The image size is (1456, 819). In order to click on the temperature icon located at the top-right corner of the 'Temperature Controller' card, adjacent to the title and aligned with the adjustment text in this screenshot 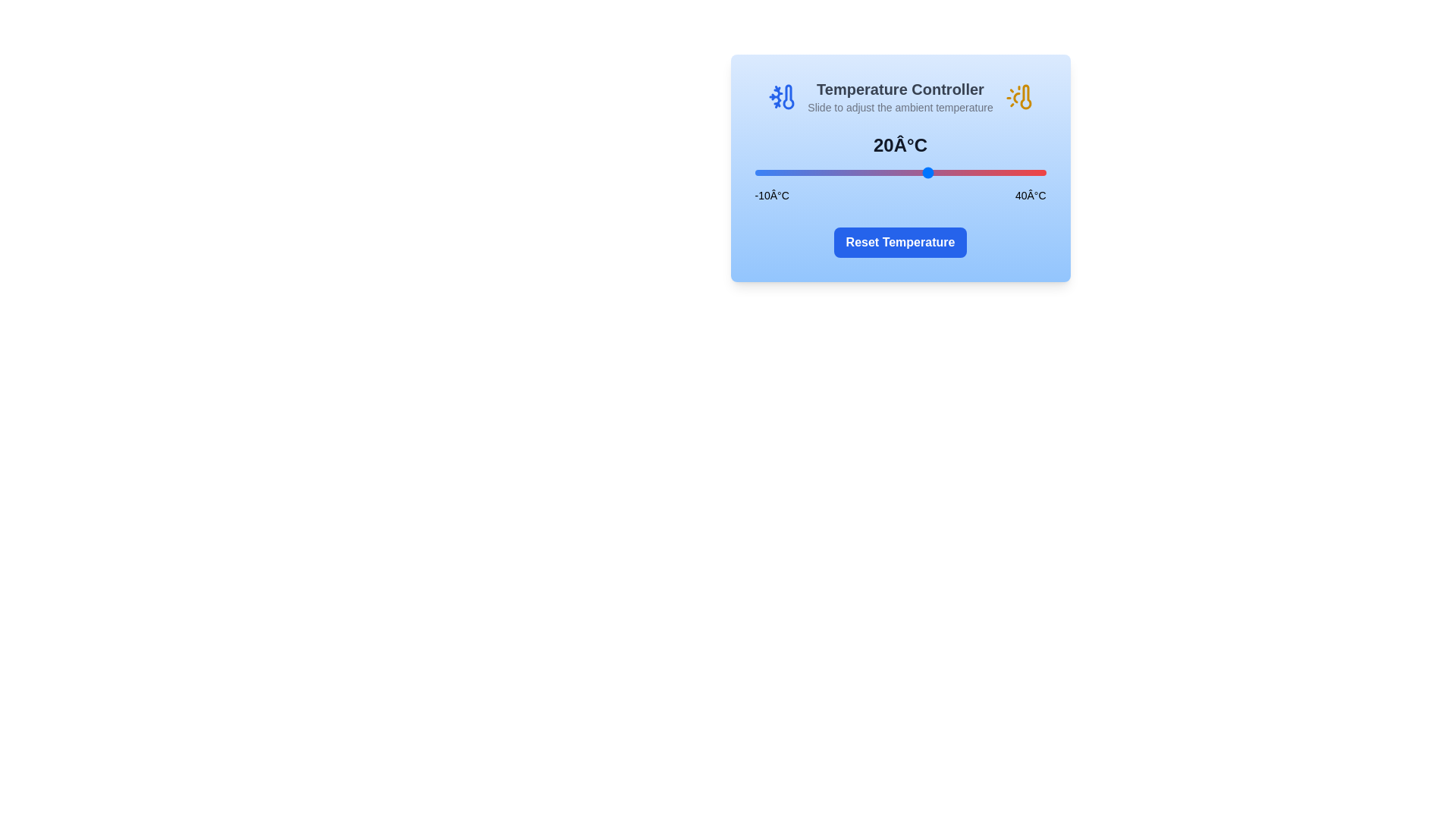, I will do `click(1025, 96)`.